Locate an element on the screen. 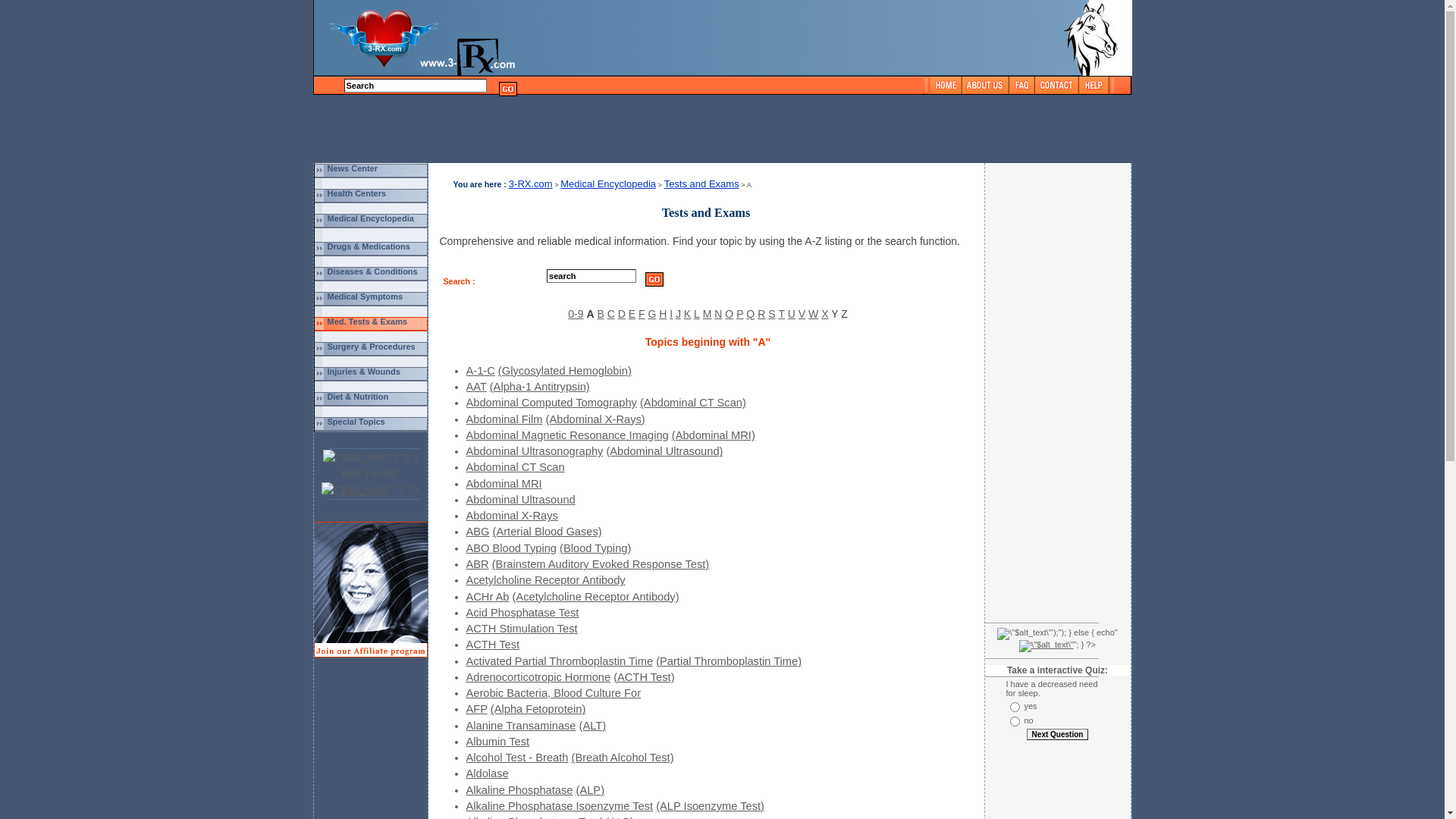  'E' is located at coordinates (629, 312).